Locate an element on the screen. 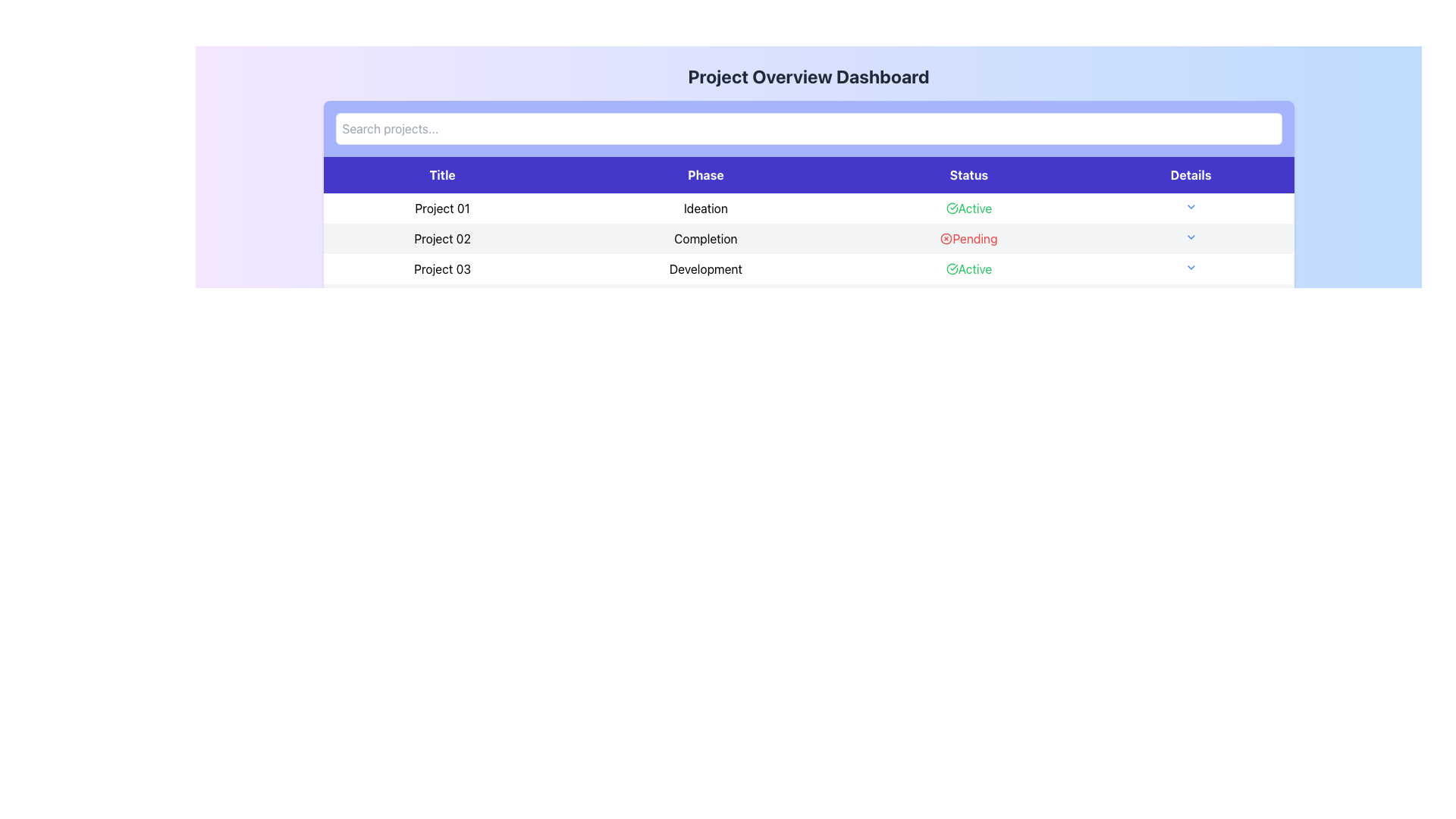  the blue downward-pointing chevron icon located in the 'Details' column for 'Project 02' is located at coordinates (1190, 237).